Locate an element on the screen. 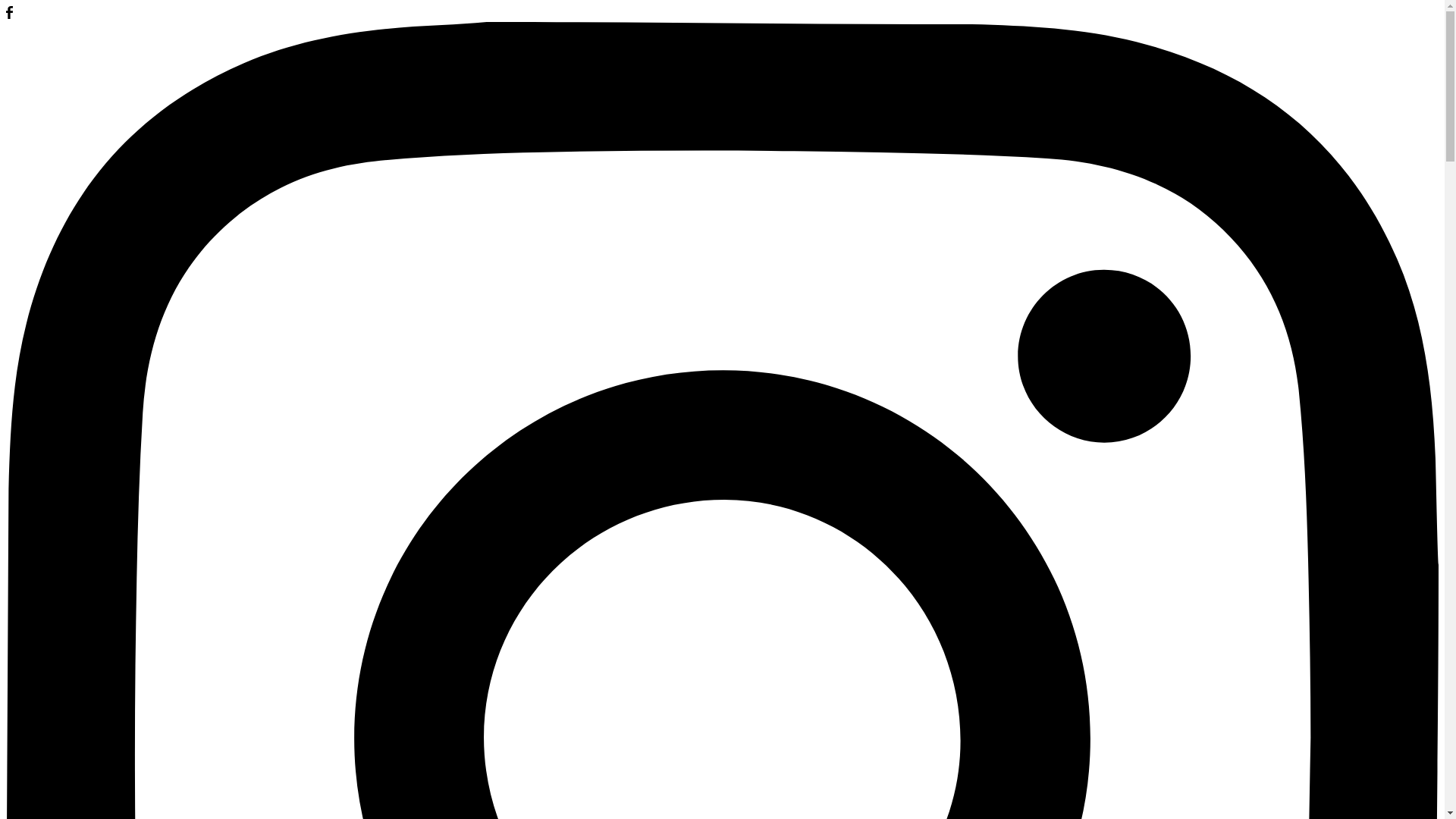  'A link to this website's Facebook.' is located at coordinates (6, 14).